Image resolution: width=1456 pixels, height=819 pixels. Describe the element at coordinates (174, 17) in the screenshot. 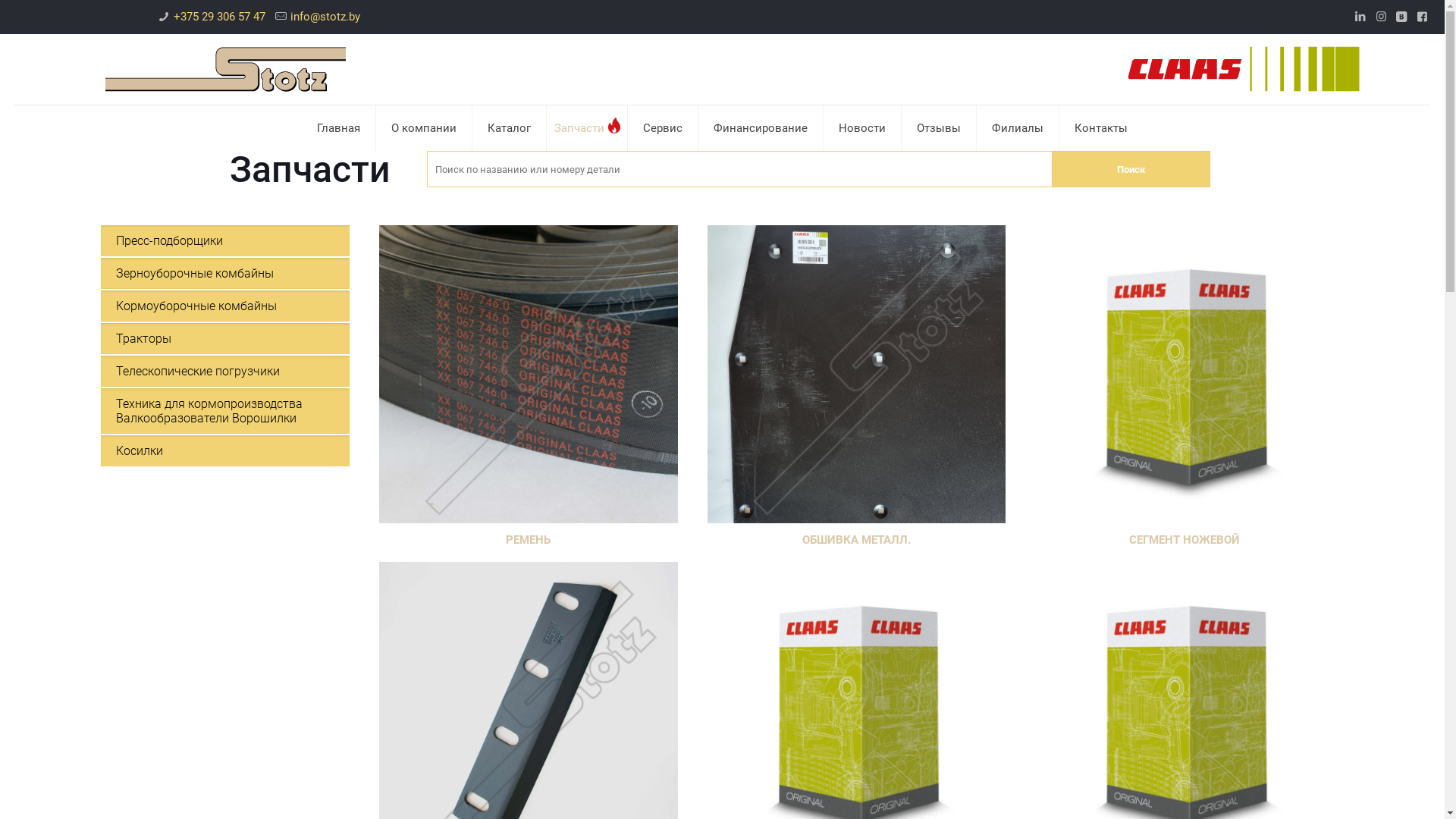

I see `'+375 29 306 57 47'` at that location.